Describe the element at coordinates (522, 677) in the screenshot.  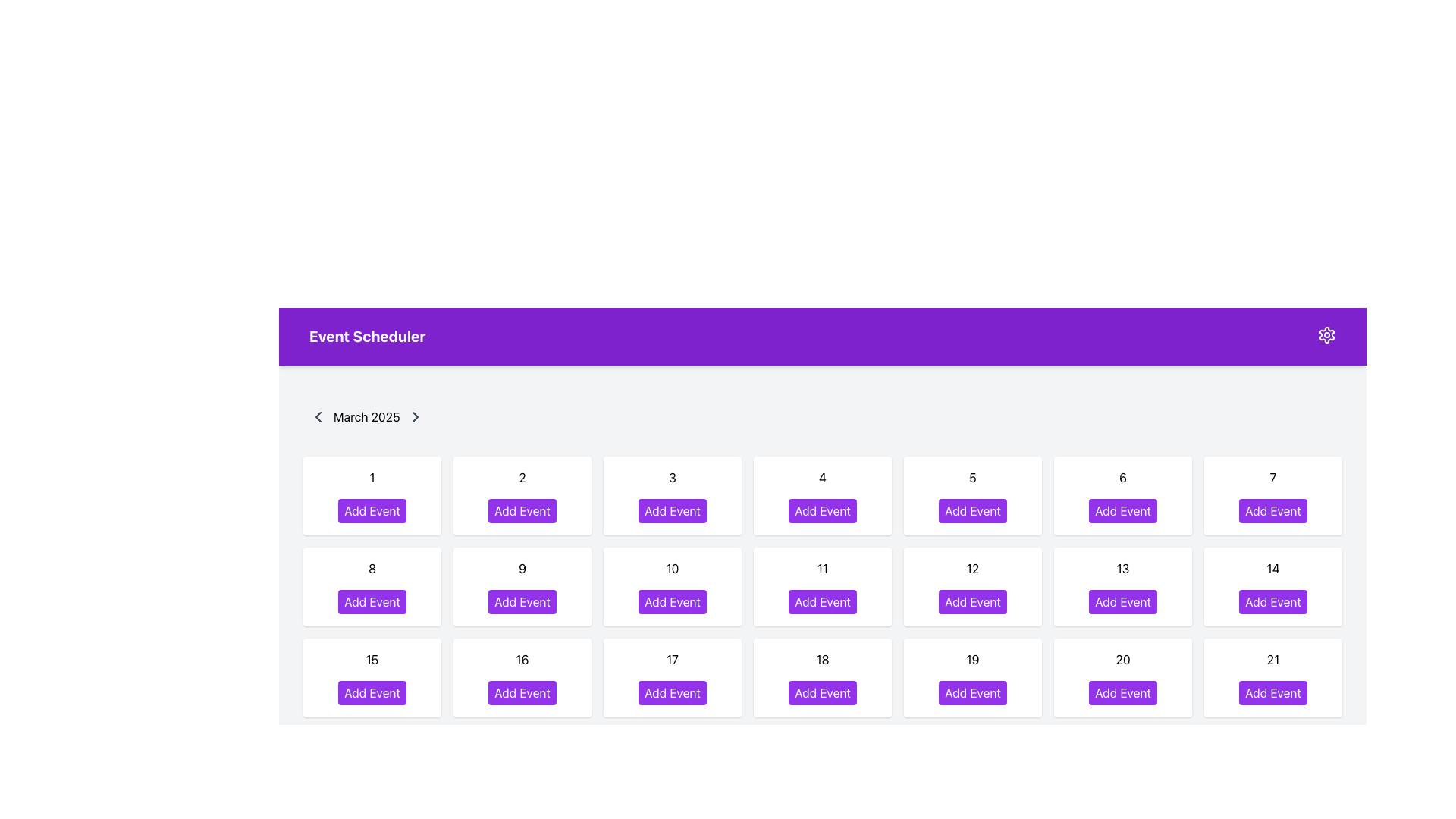
I see `the 'Add Event' button located within the Day cell displaying the number '16' in the event scheduler interface` at that location.